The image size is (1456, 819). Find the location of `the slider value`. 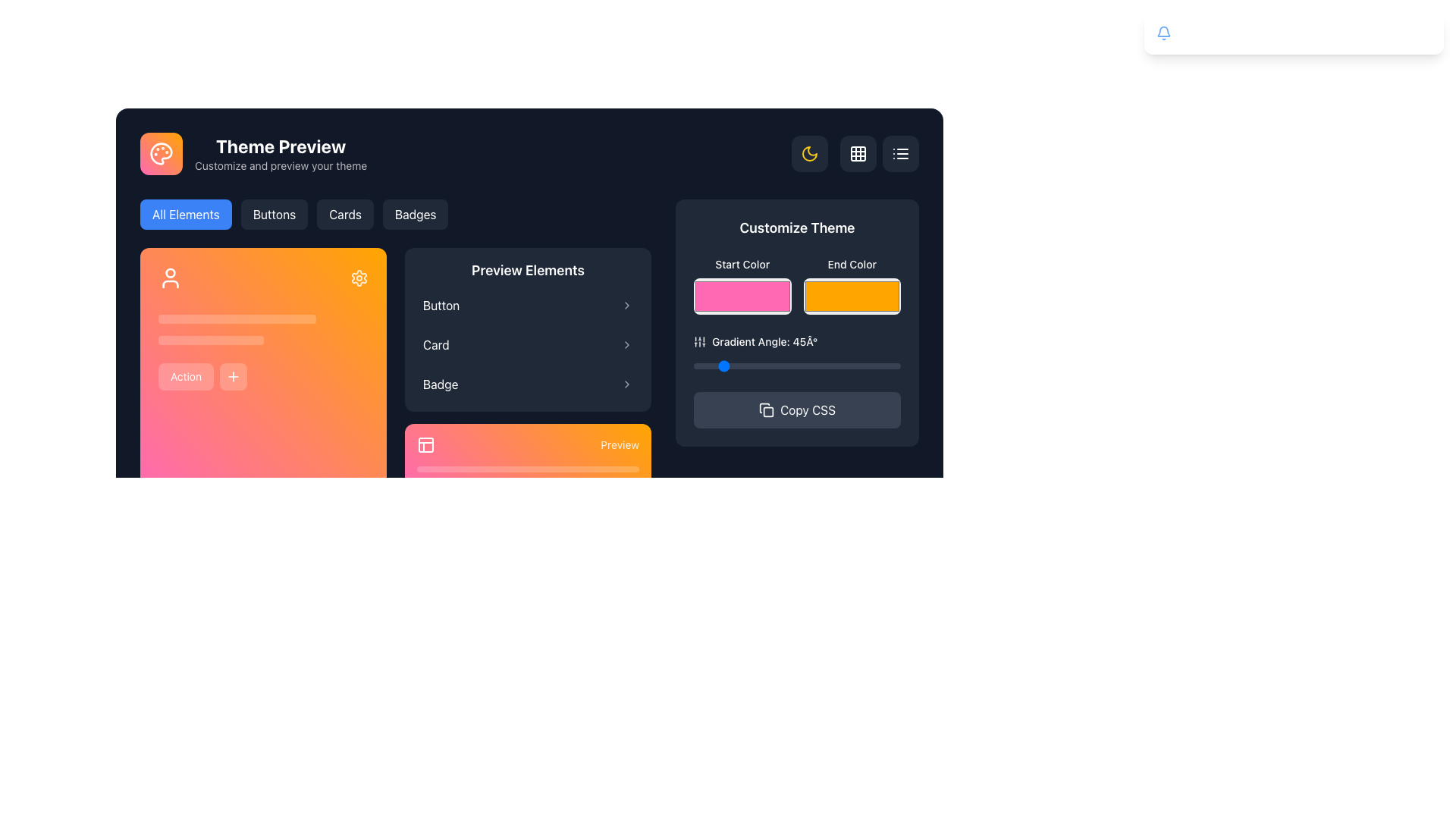

the slider value is located at coordinates (839, 366).